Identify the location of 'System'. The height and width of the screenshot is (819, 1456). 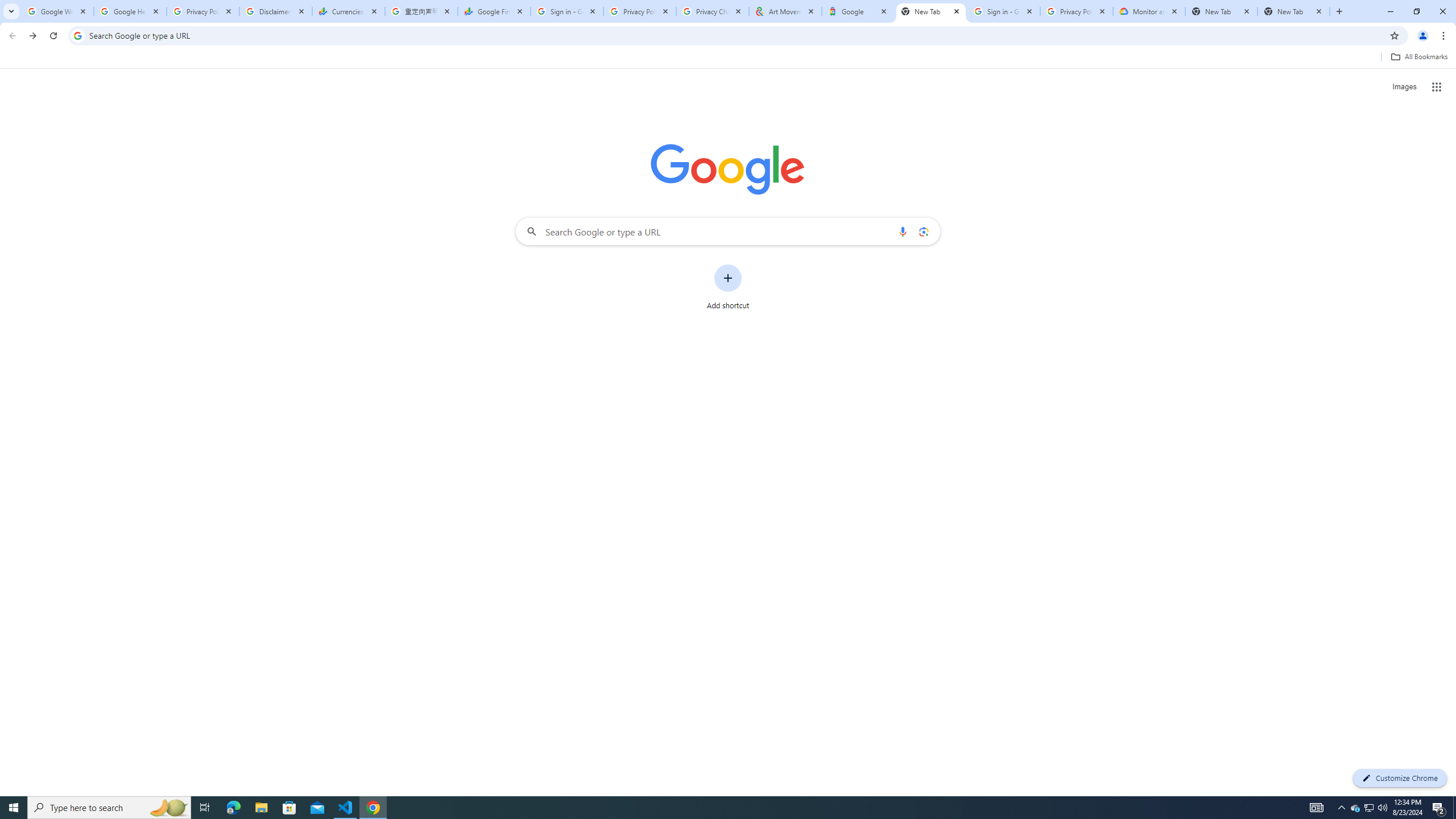
(6, 5).